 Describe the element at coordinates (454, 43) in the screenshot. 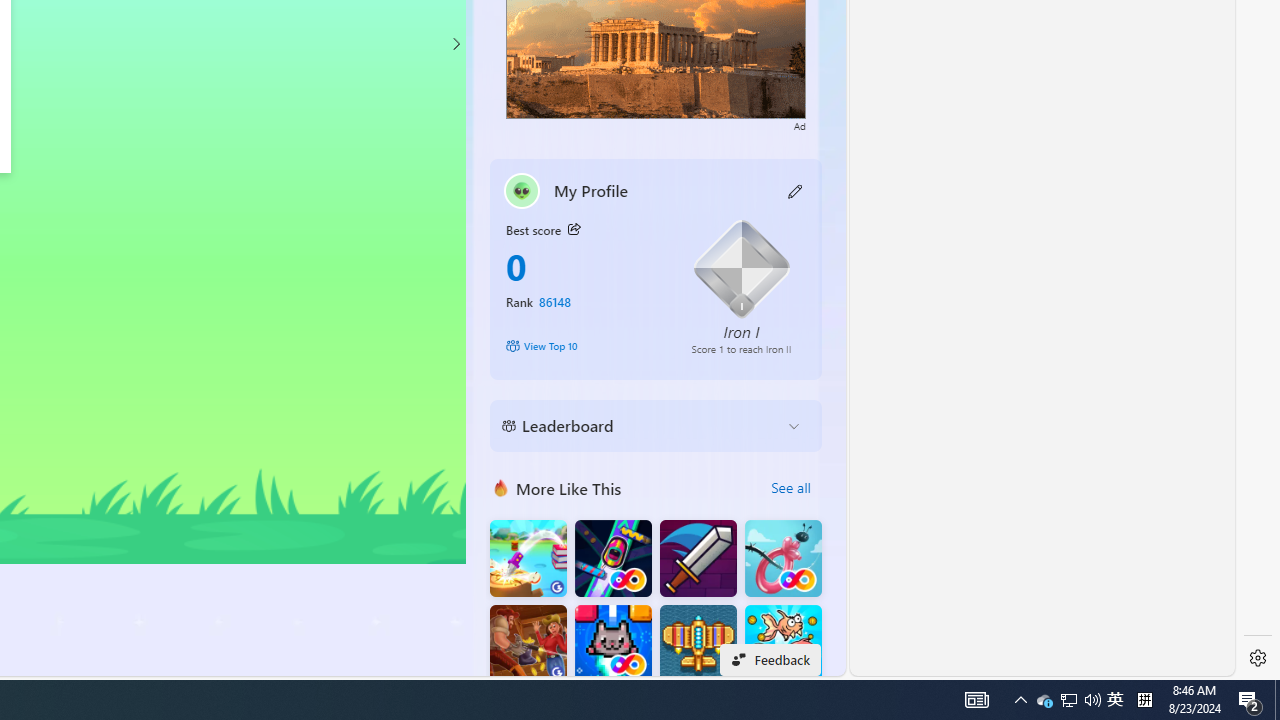

I see `'Class: control'` at that location.